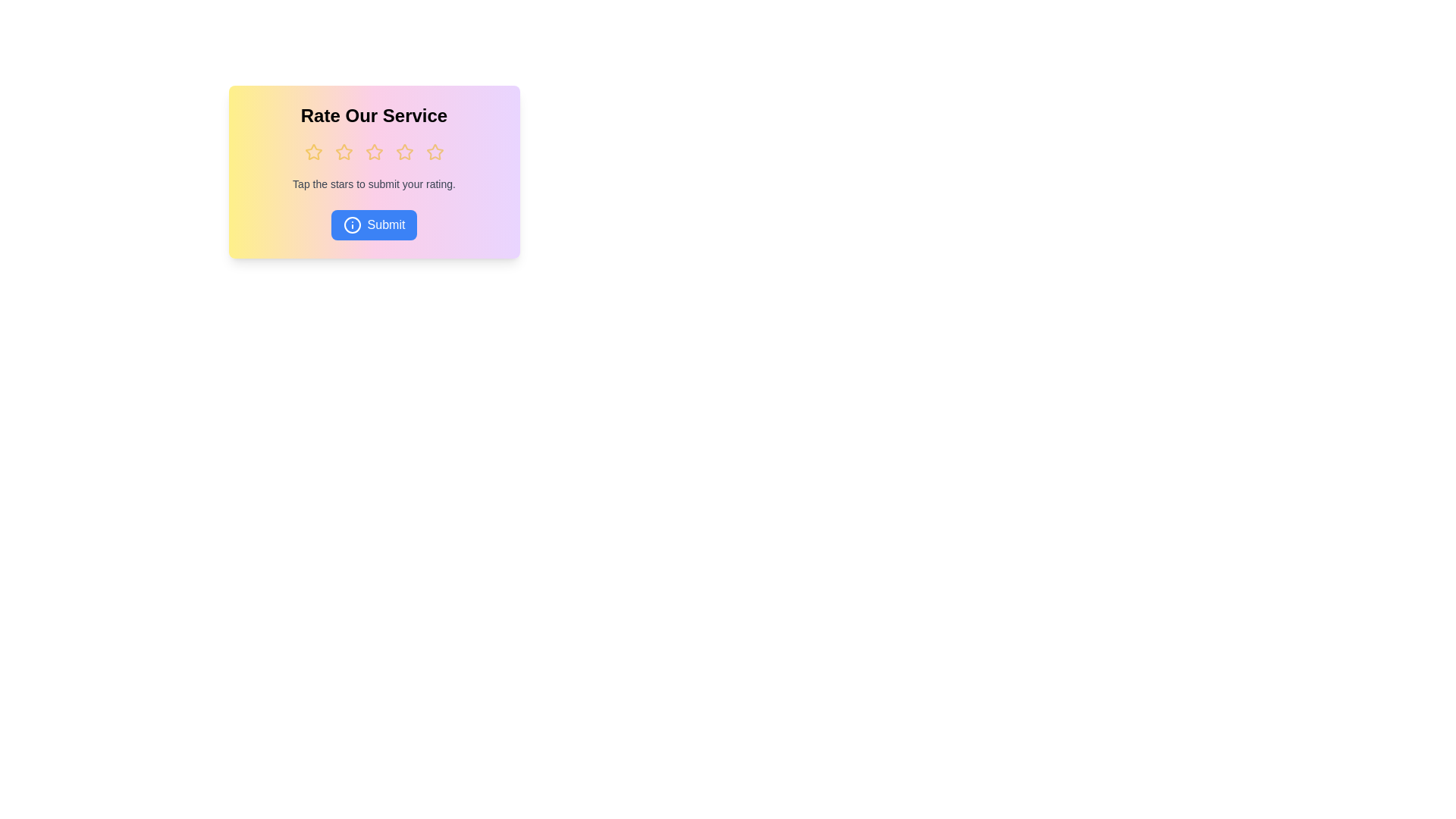 The width and height of the screenshot is (1456, 819). I want to click on the star corresponding to the desired rating value 5, so click(434, 152).